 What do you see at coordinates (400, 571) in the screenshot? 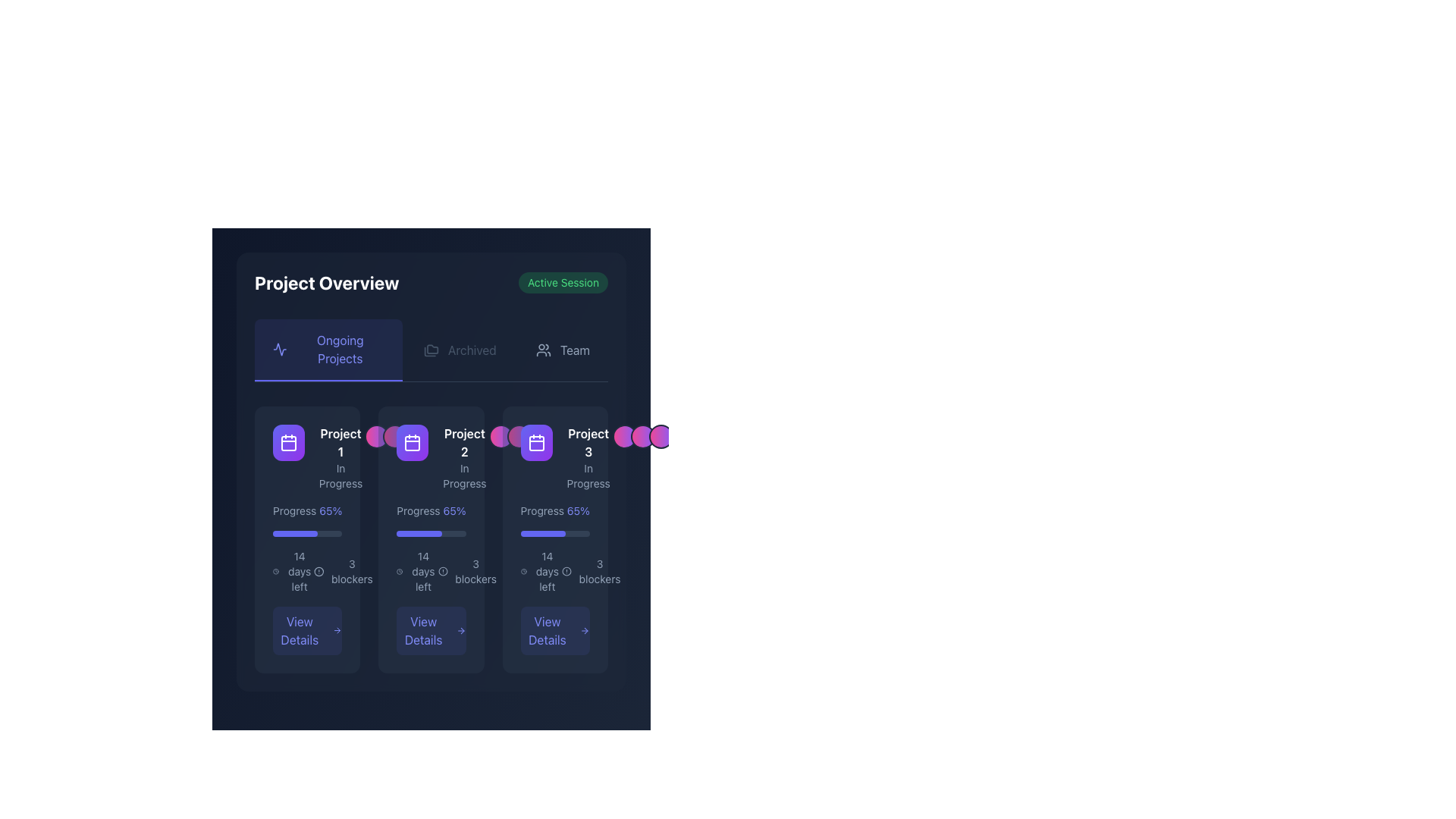
I see `the clock icon located at the lower part of the project card, which is adjacent to the text '14 days left'` at bounding box center [400, 571].